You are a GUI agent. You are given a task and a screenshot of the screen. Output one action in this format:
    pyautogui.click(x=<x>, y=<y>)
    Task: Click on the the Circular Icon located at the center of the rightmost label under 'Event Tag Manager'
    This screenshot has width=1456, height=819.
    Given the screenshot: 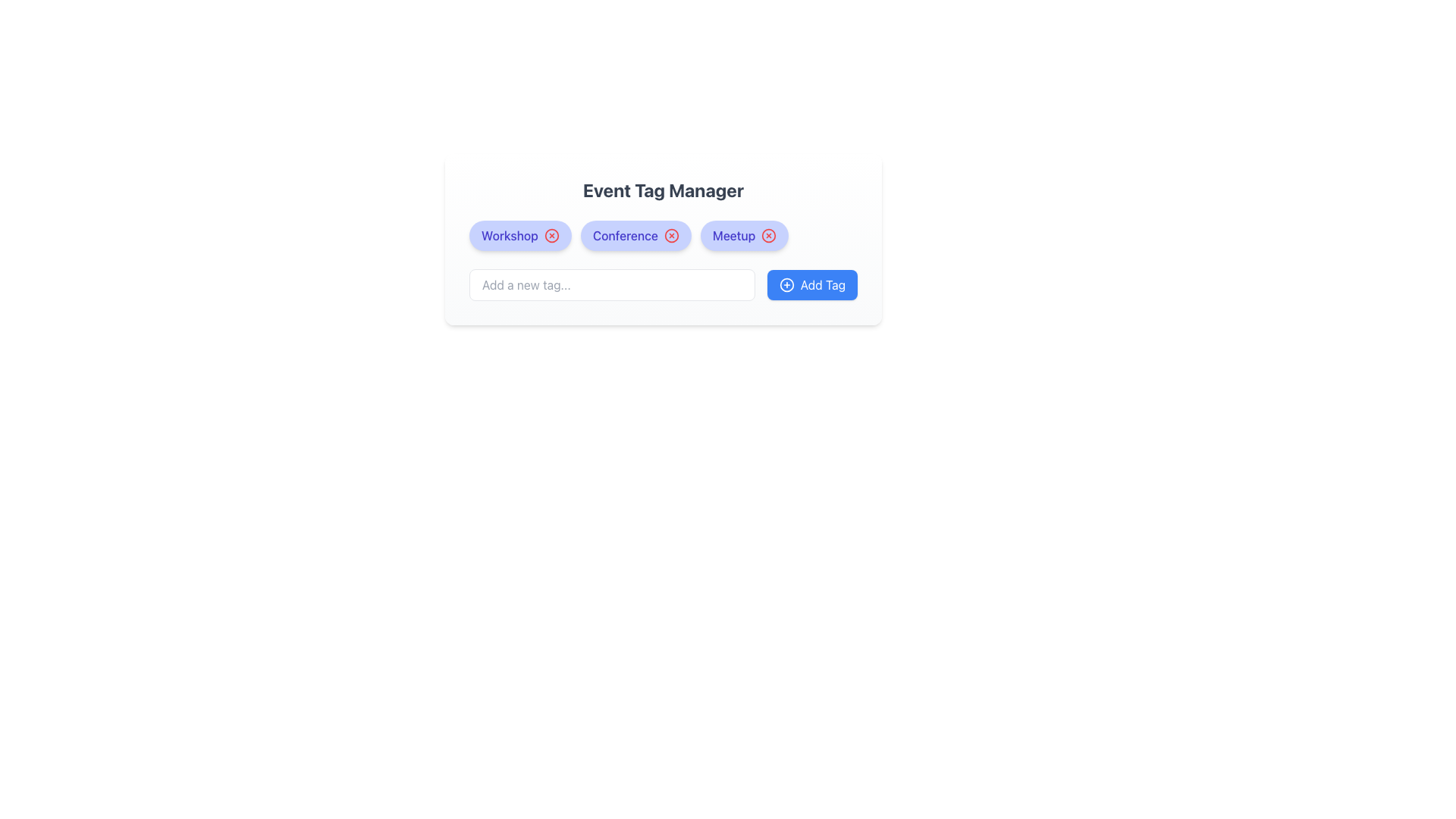 What is the action you would take?
    pyautogui.click(x=769, y=236)
    